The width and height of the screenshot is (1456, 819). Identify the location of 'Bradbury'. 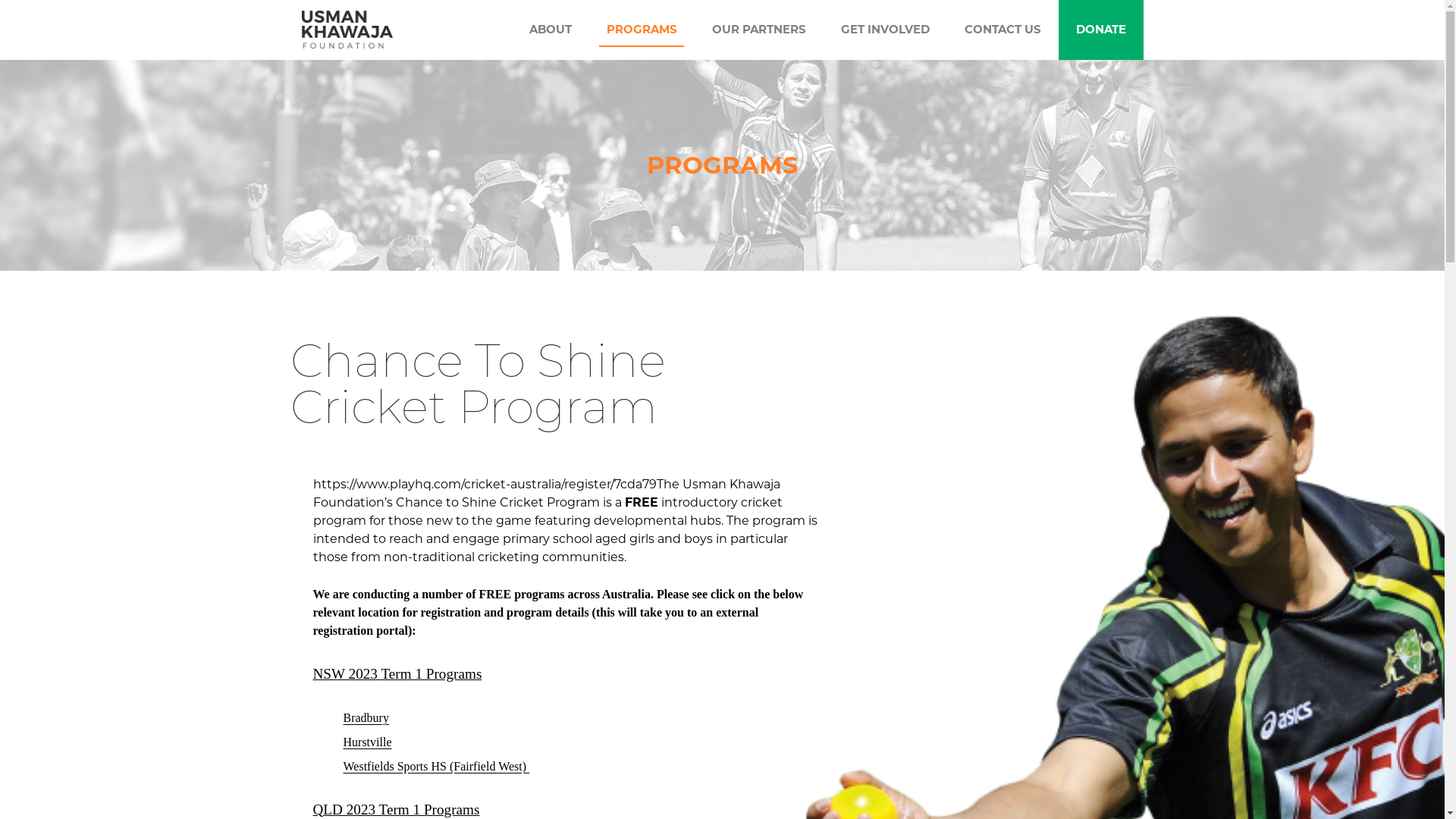
(365, 717).